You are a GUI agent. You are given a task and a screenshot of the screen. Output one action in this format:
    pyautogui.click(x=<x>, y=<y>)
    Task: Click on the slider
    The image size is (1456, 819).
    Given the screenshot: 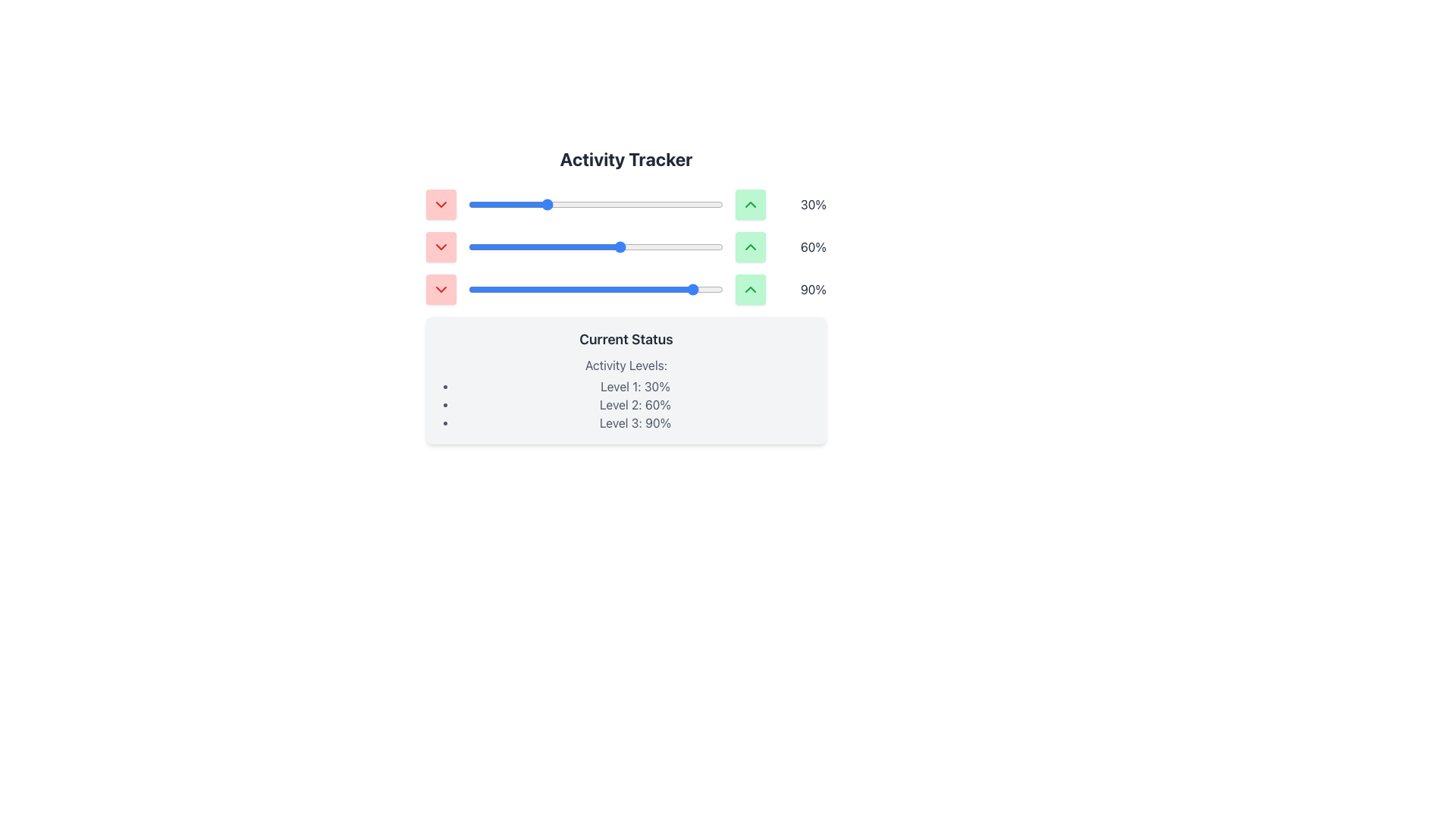 What is the action you would take?
    pyautogui.click(x=509, y=205)
    